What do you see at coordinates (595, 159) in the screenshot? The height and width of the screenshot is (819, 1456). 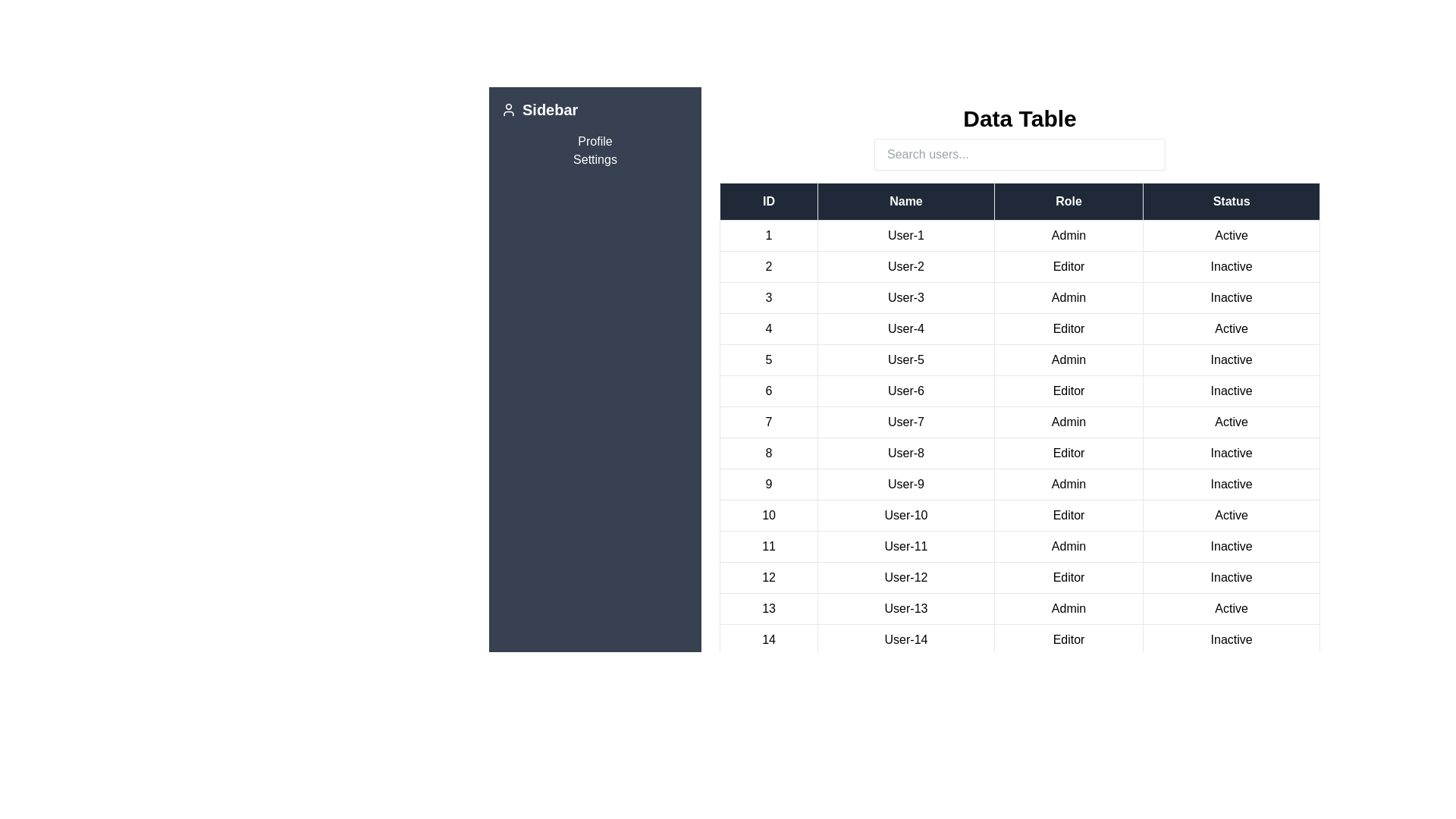 I see `the sidebar link Settings to navigate` at bounding box center [595, 159].